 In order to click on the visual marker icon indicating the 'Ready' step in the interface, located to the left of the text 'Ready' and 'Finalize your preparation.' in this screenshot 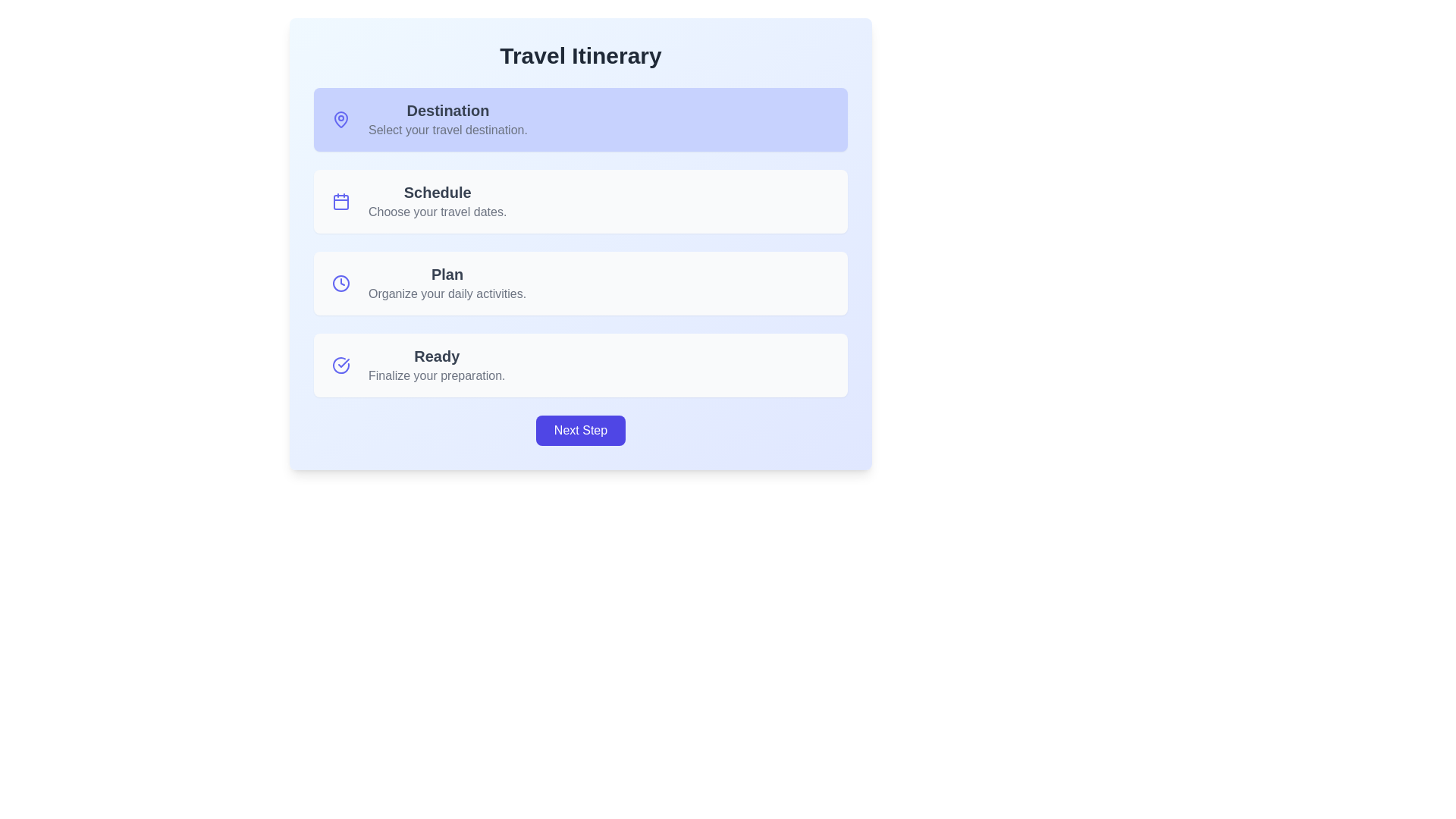, I will do `click(340, 366)`.